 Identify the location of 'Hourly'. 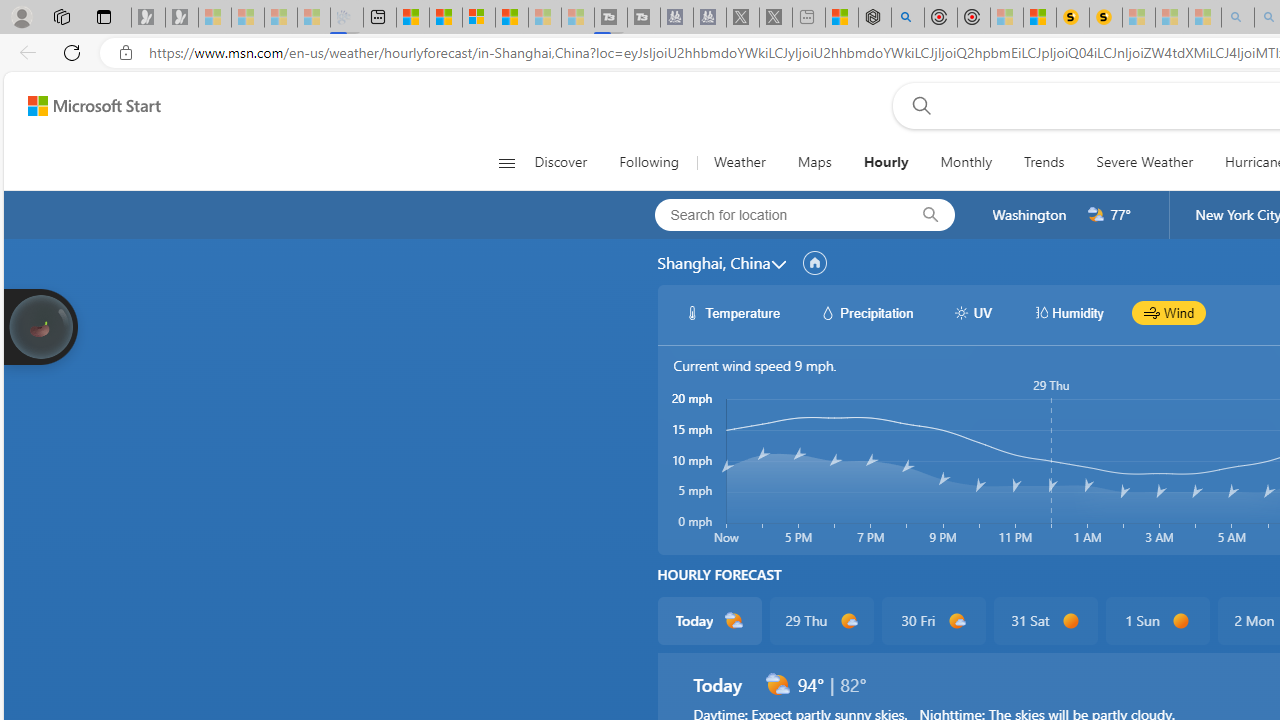
(885, 162).